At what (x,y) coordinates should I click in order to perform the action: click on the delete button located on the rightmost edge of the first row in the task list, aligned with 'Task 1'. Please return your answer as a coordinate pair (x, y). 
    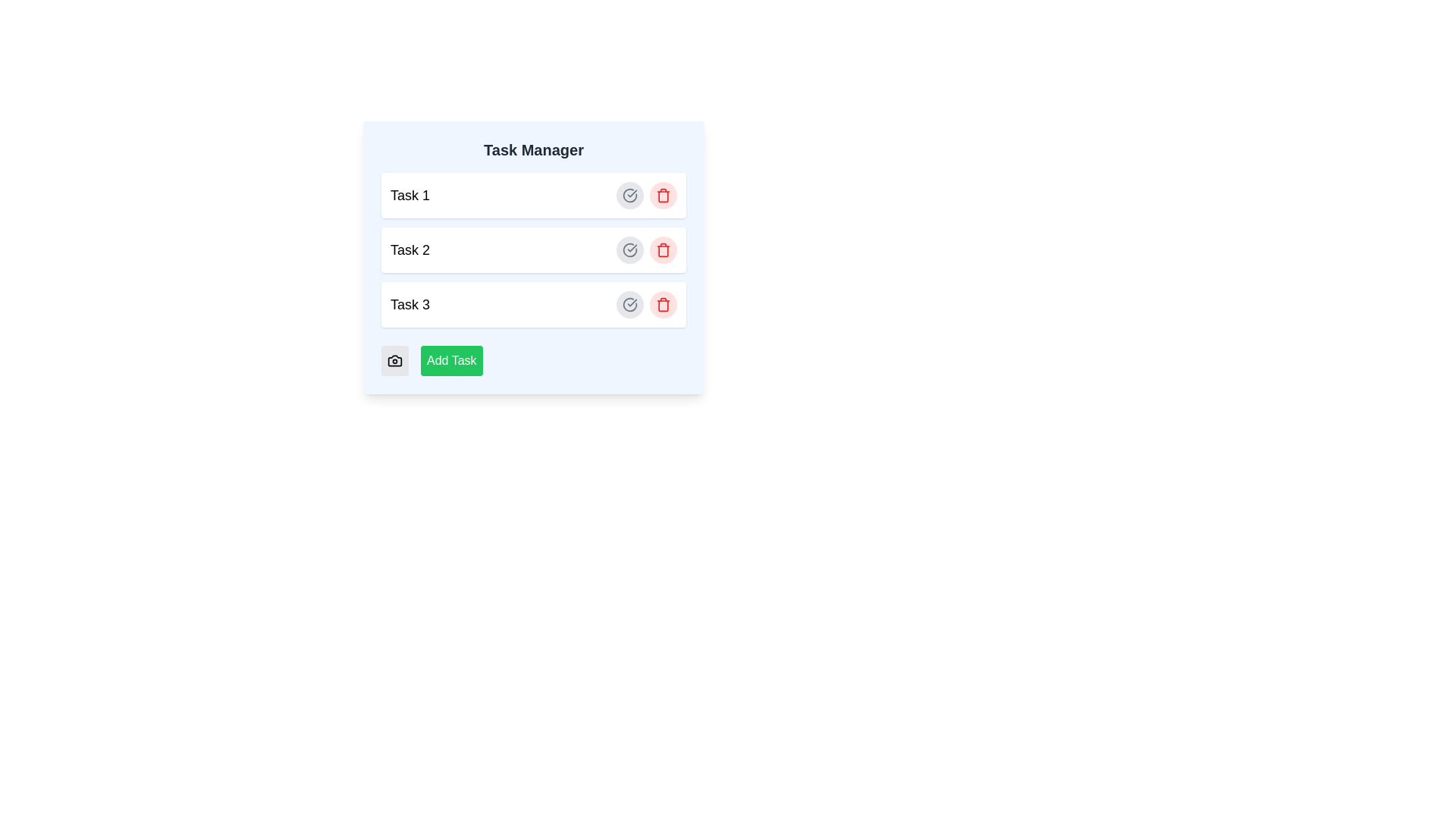
    Looking at the image, I should click on (663, 195).